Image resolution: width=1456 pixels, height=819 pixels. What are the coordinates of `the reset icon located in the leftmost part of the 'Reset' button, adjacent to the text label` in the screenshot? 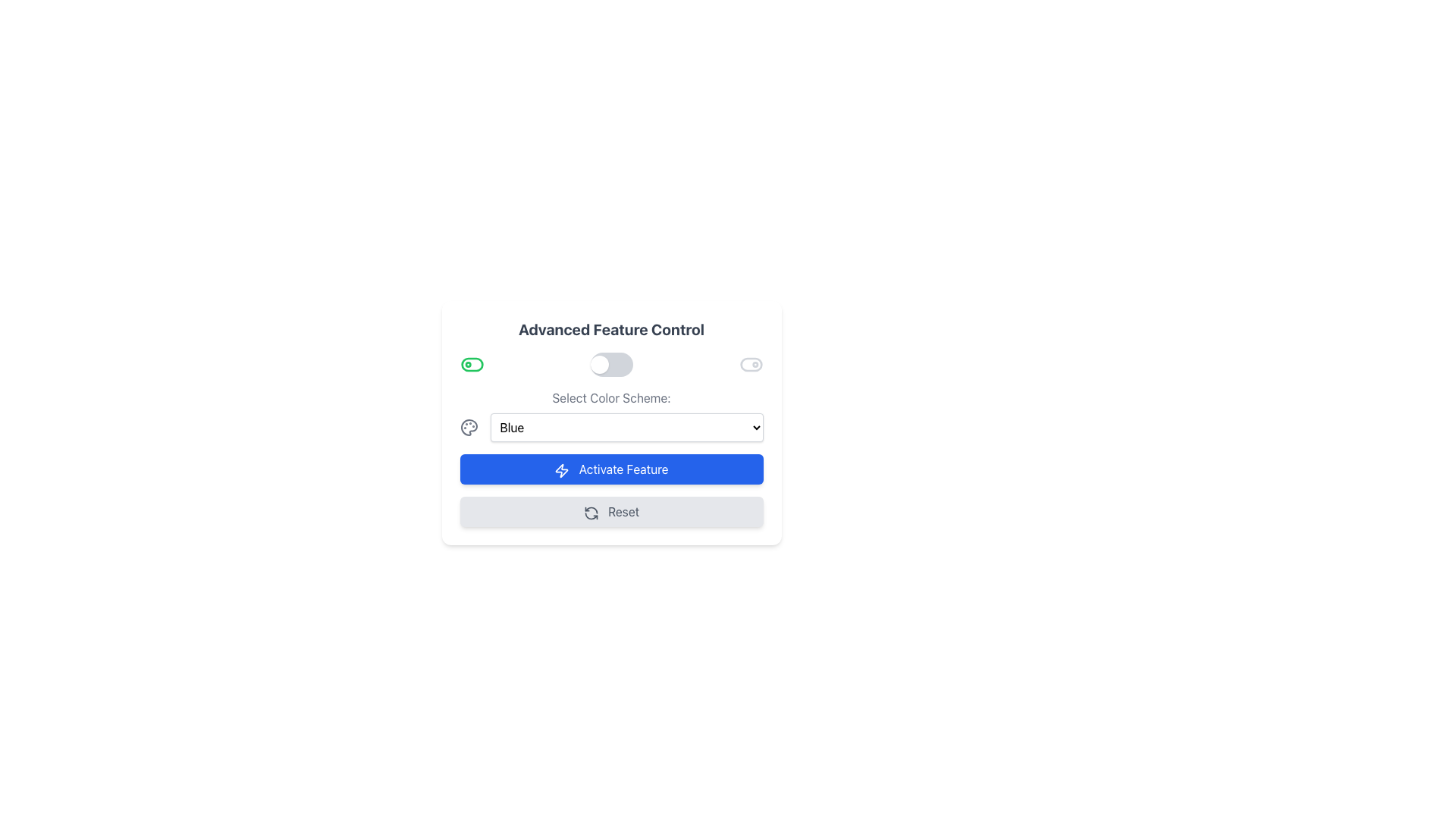 It's located at (590, 512).